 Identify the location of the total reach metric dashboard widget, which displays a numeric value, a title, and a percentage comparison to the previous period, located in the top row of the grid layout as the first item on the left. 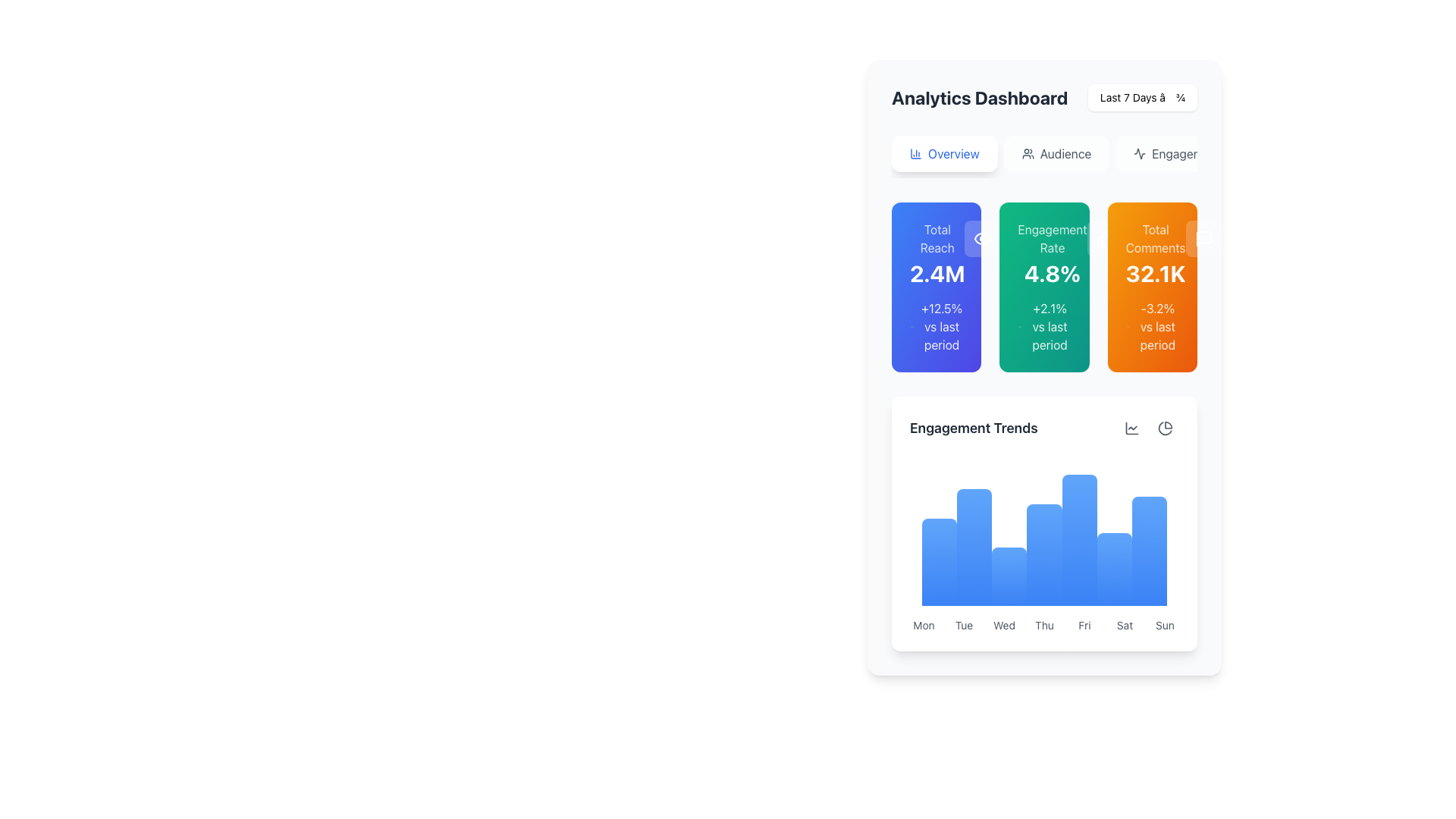
(936, 287).